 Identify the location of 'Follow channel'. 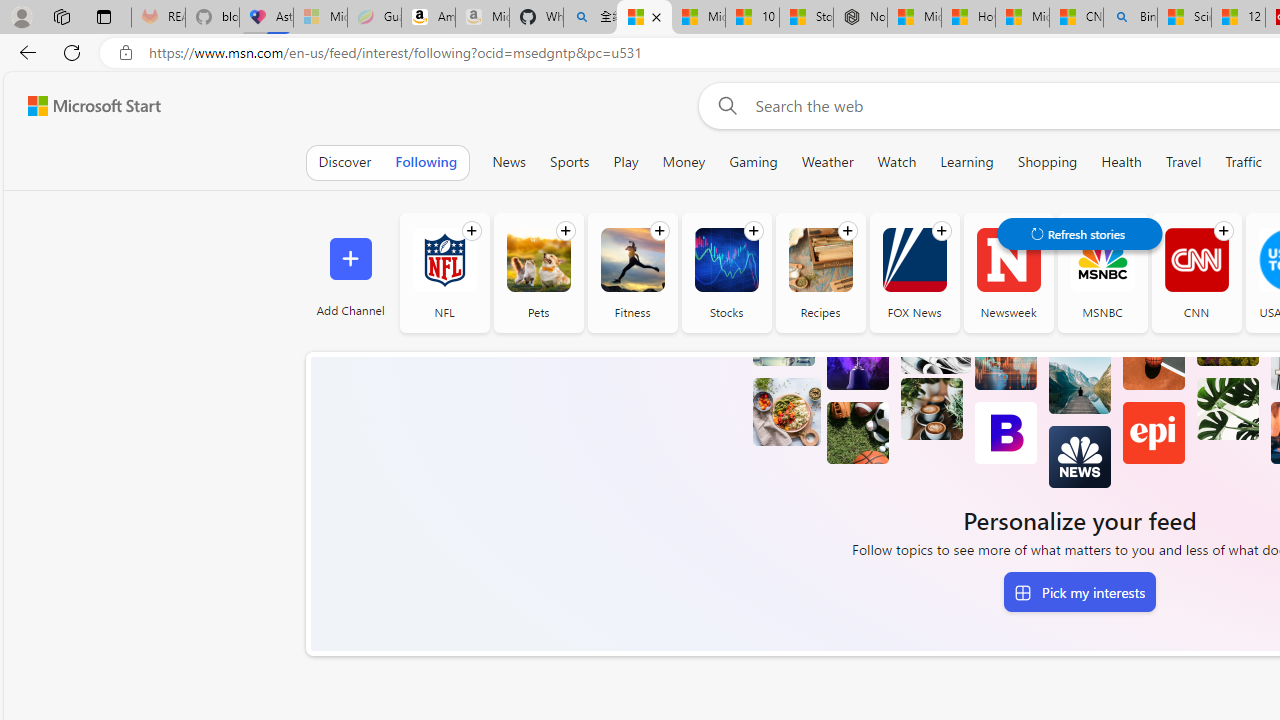
(1222, 230).